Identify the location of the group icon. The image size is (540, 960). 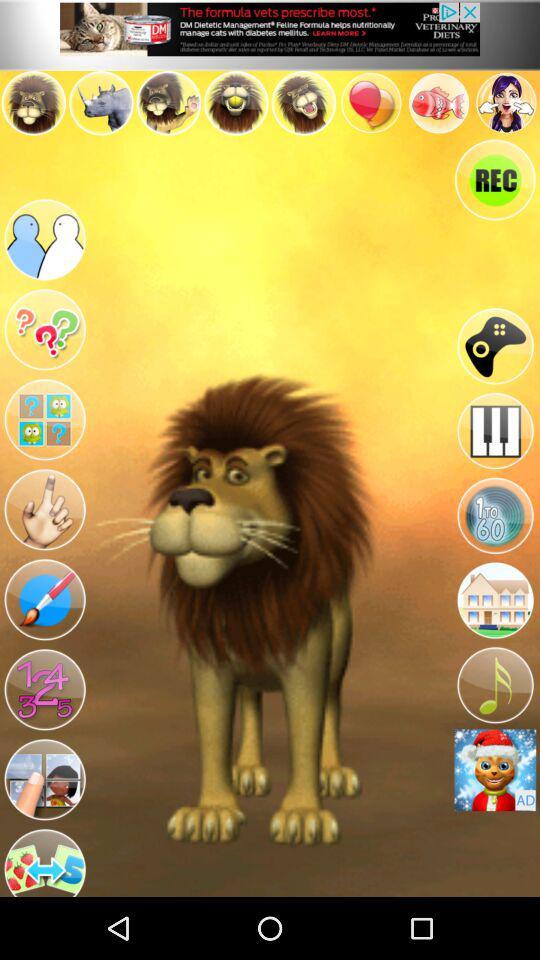
(44, 255).